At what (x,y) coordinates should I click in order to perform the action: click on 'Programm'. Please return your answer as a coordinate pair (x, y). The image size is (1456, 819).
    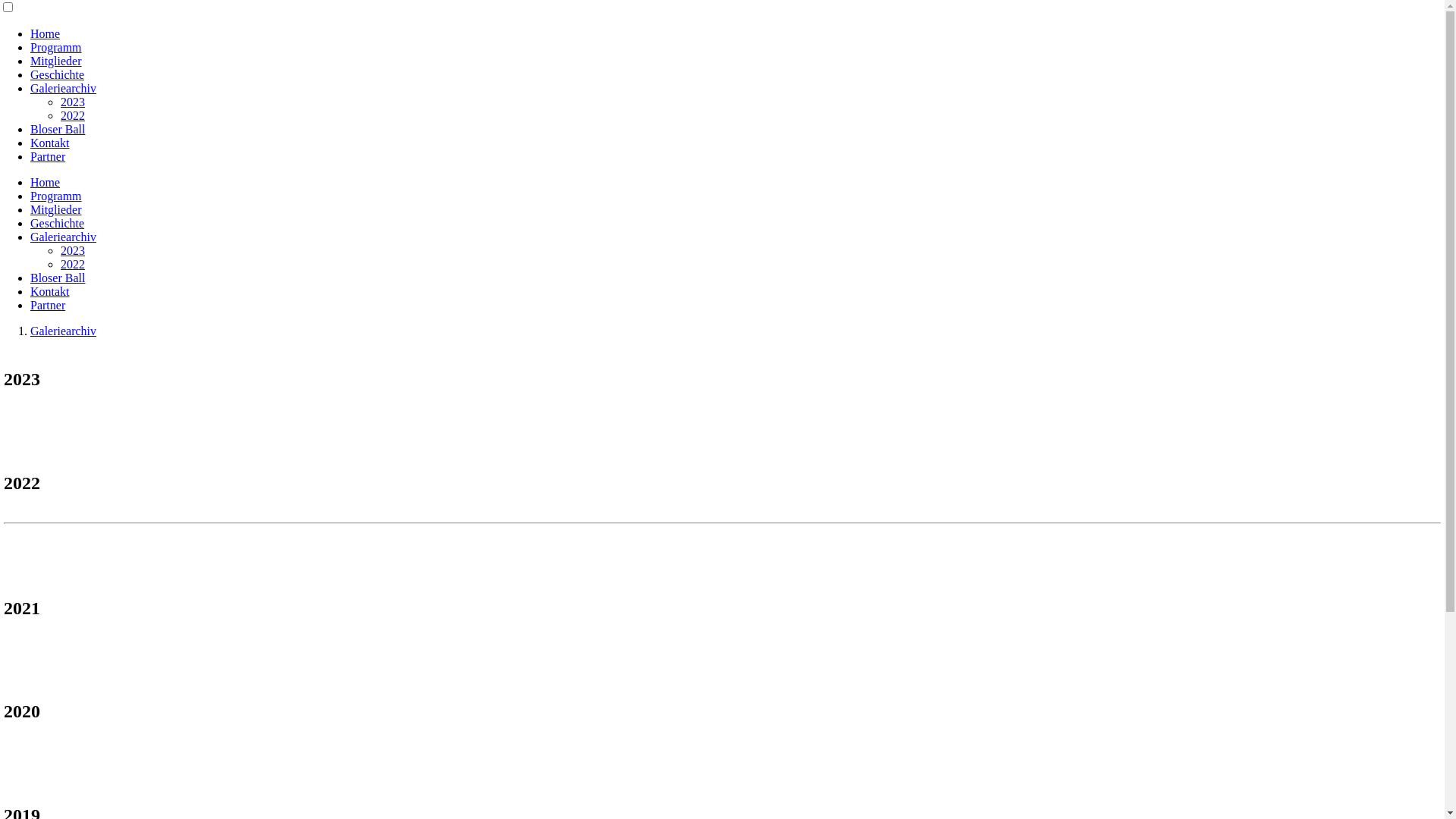
    Looking at the image, I should click on (30, 195).